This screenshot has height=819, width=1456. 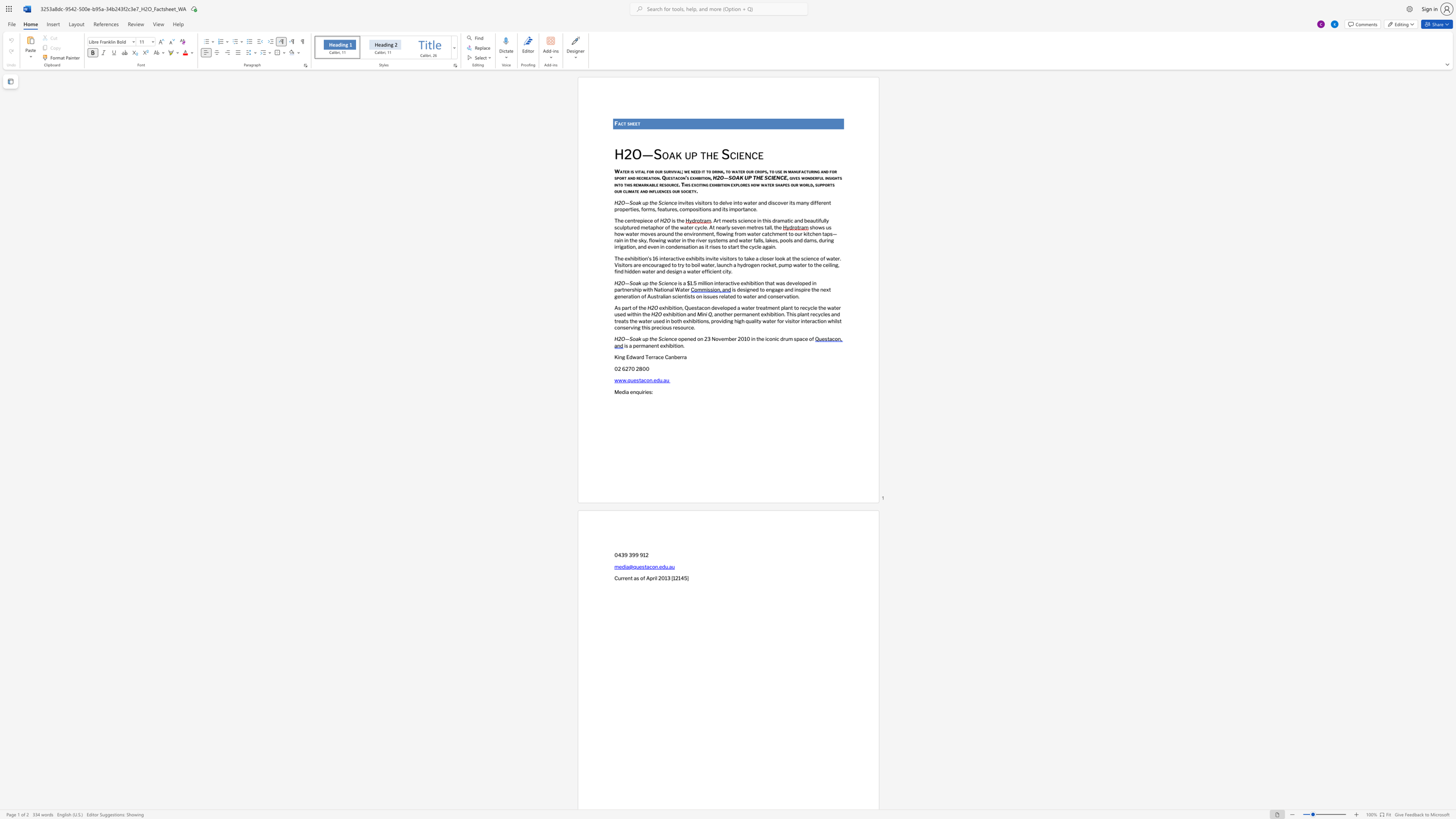 I want to click on the subset text "mposi" within the text "compositions", so click(x=685, y=209).